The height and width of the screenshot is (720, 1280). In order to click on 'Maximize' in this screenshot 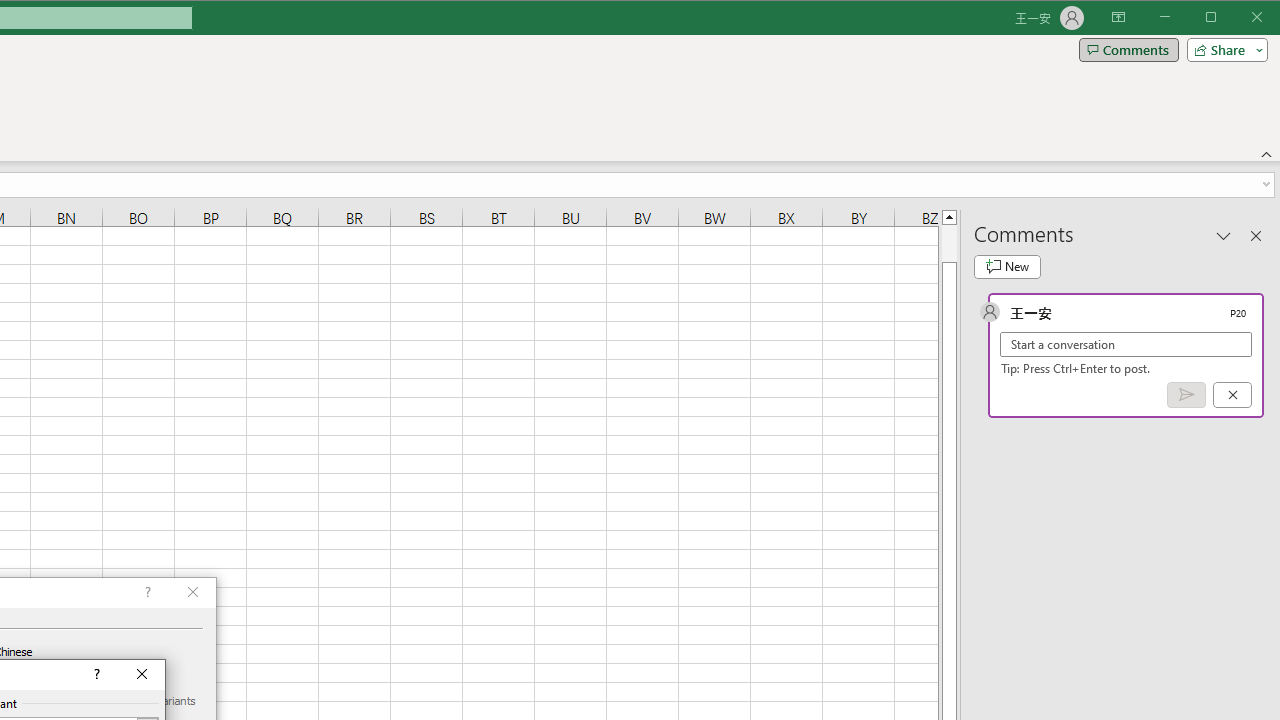, I will do `click(1238, 19)`.